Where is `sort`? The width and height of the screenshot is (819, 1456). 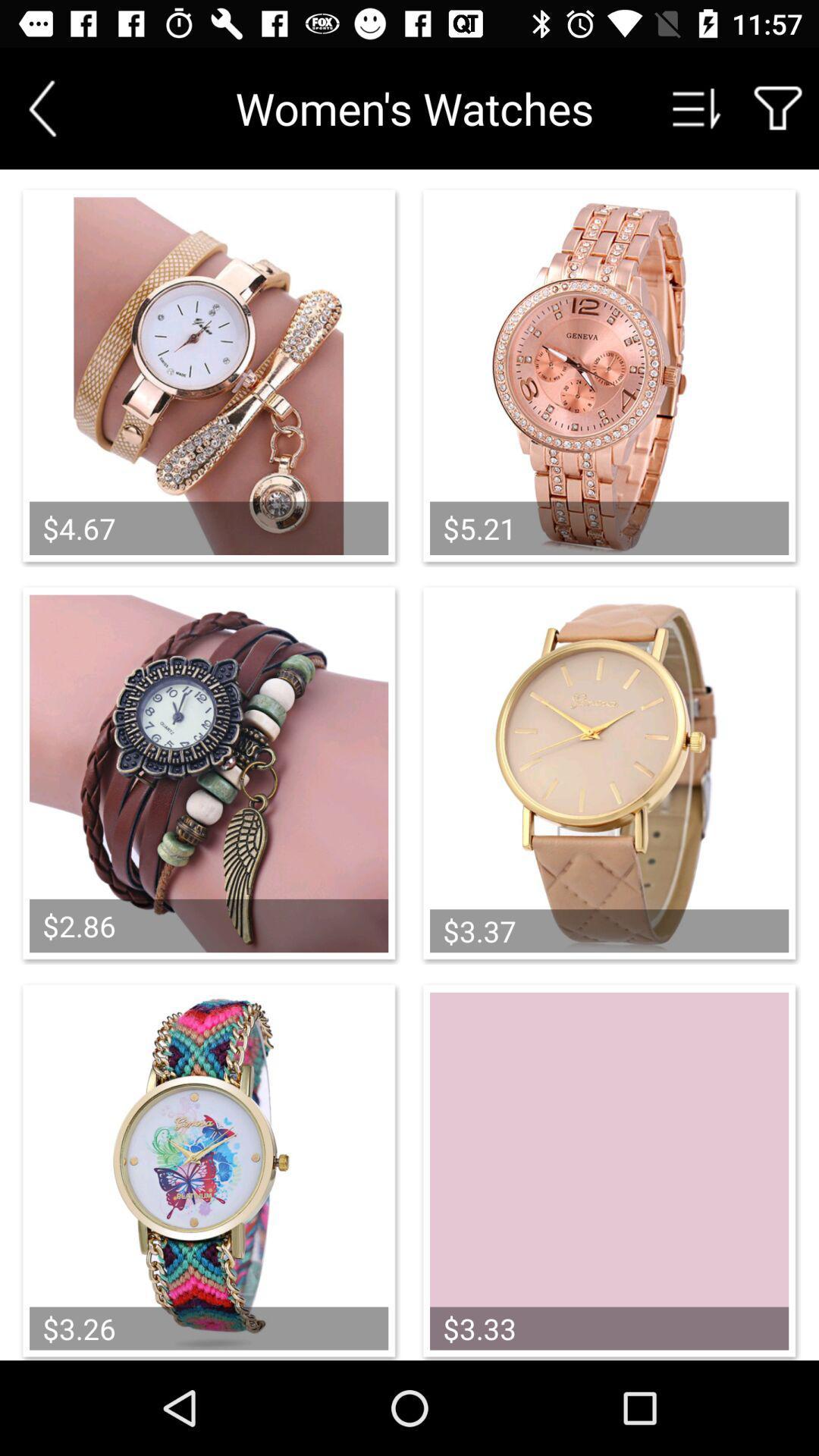 sort is located at coordinates (697, 108).